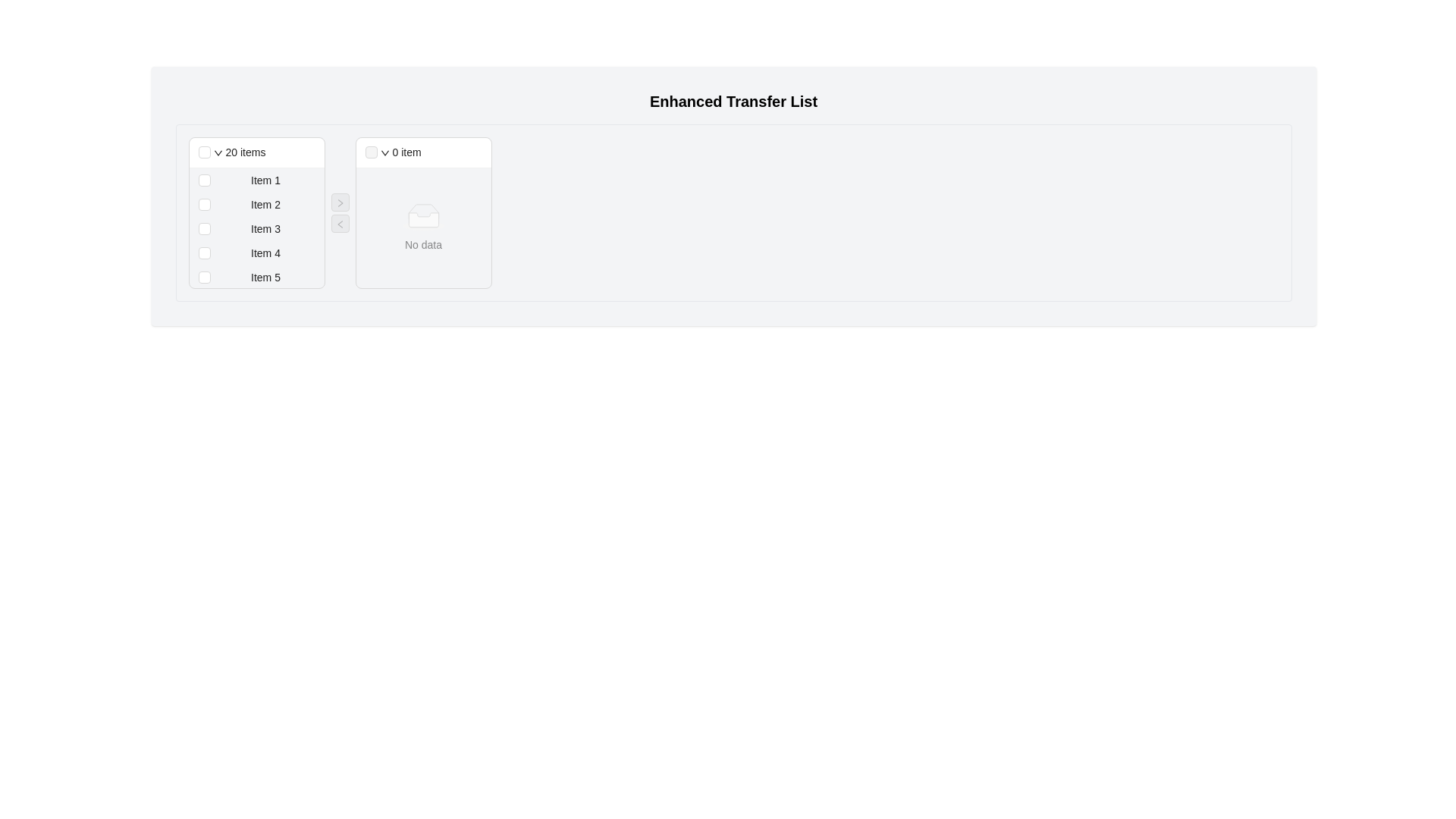 This screenshot has width=1456, height=819. What do you see at coordinates (339, 213) in the screenshot?
I see `the left arrow button in the Button Group to transfer an item from the right list back to the left list` at bounding box center [339, 213].